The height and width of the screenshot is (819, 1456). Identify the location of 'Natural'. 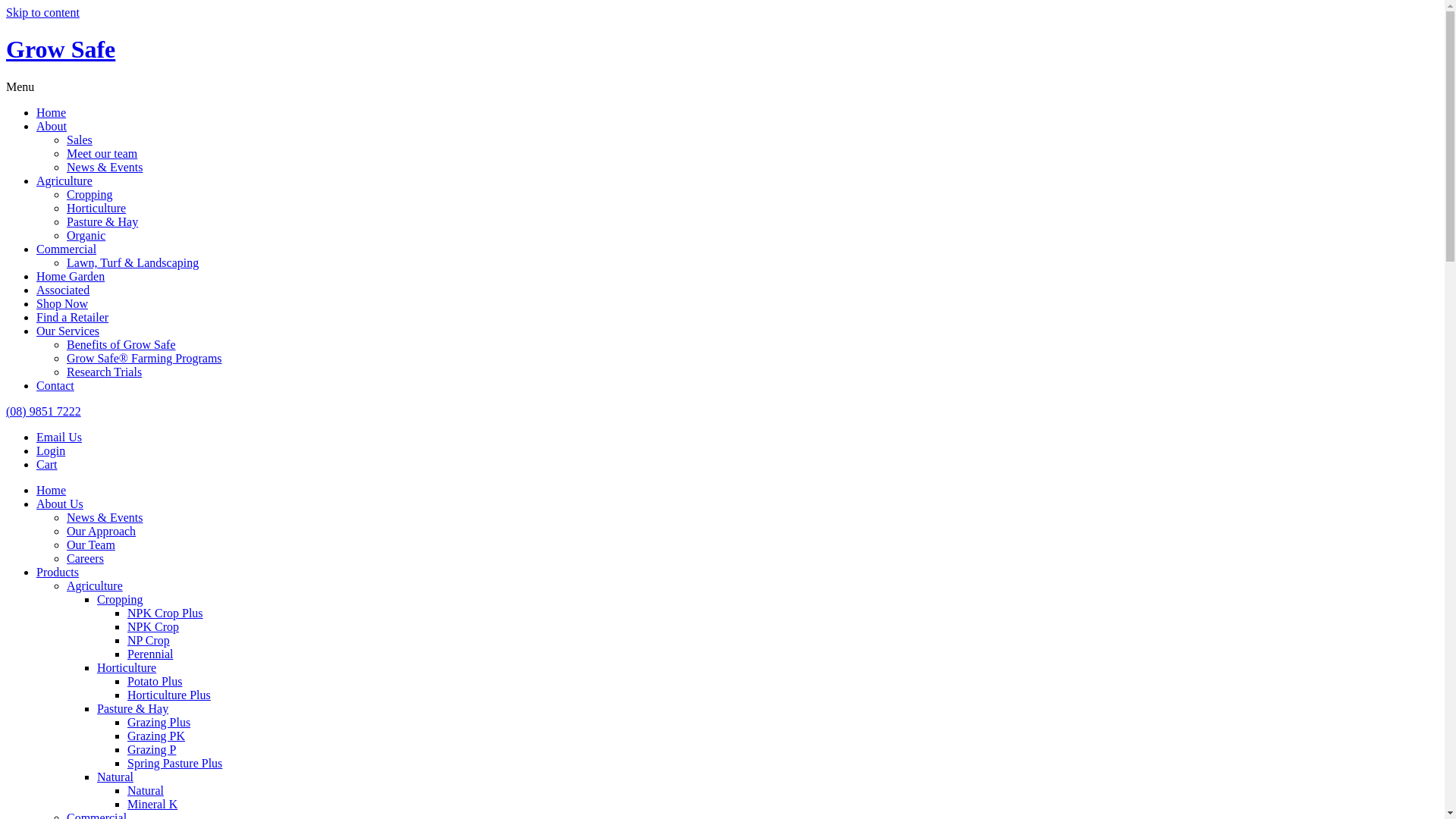
(96, 777).